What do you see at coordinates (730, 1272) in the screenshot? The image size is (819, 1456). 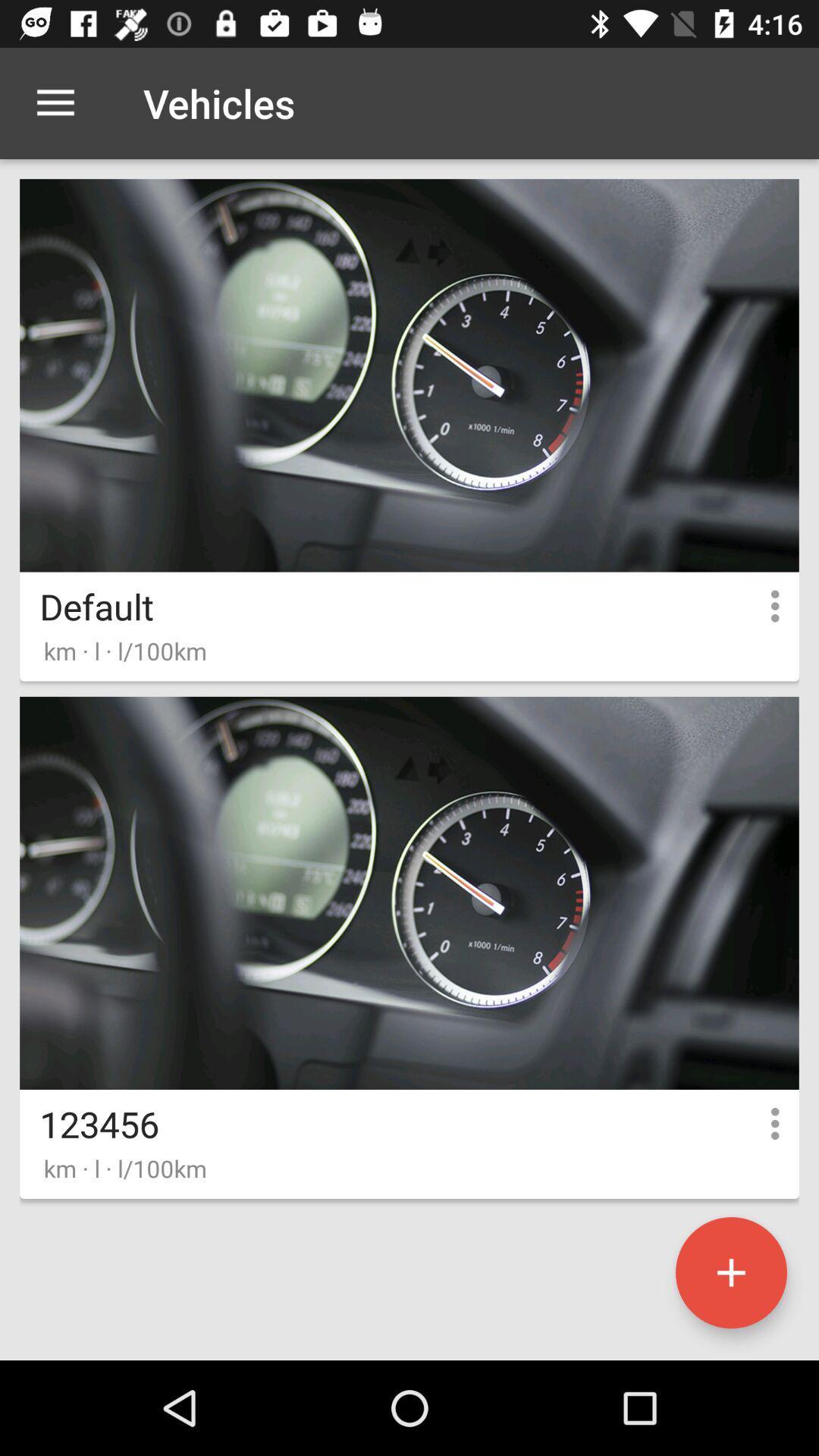 I see `the add icon` at bounding box center [730, 1272].